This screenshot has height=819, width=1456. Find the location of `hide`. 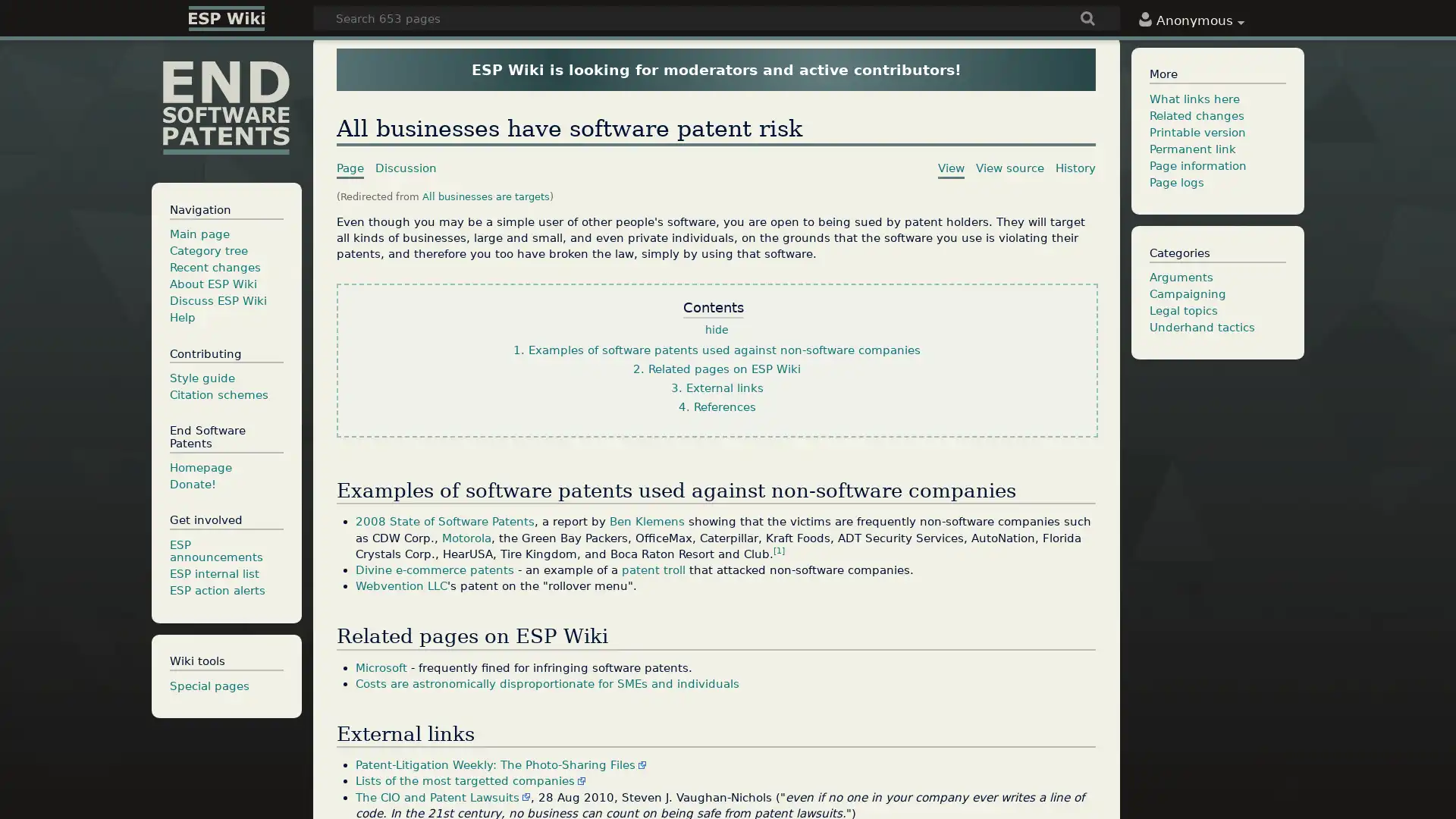

hide is located at coordinates (716, 329).